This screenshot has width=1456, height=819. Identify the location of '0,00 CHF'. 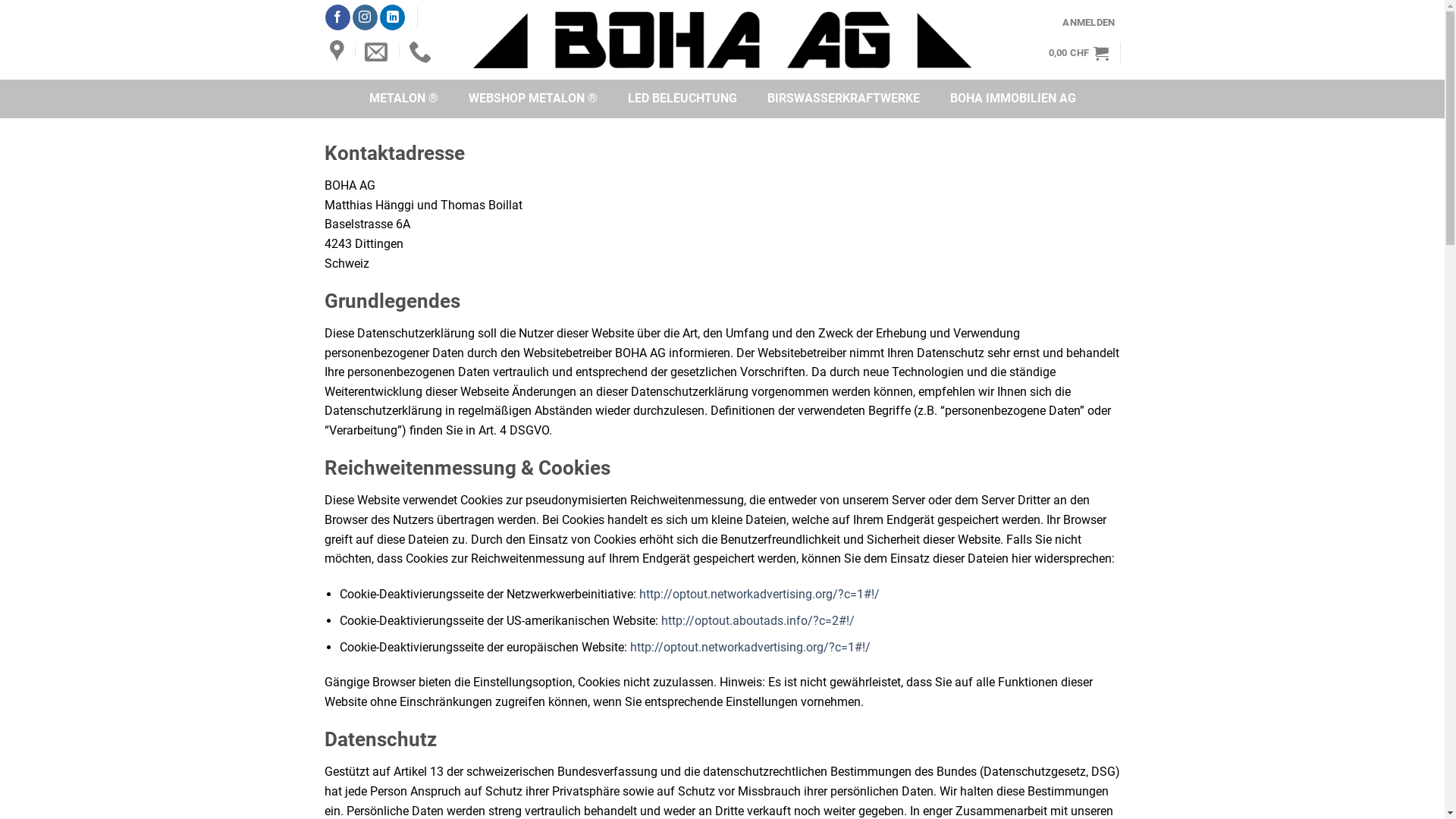
(1078, 52).